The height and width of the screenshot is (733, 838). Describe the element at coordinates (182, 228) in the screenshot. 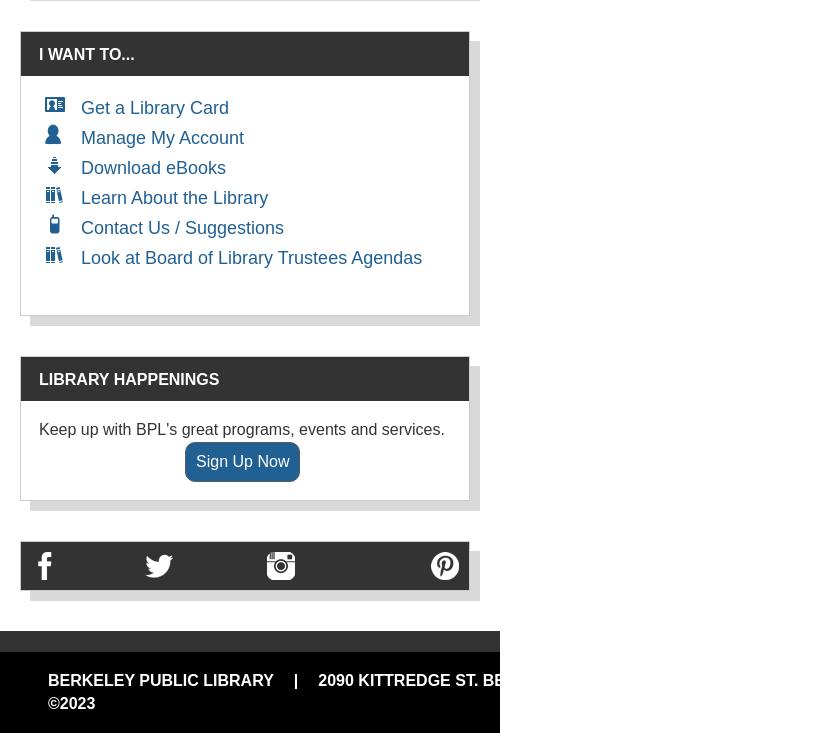

I see `'Contact Us / Suggestions'` at that location.